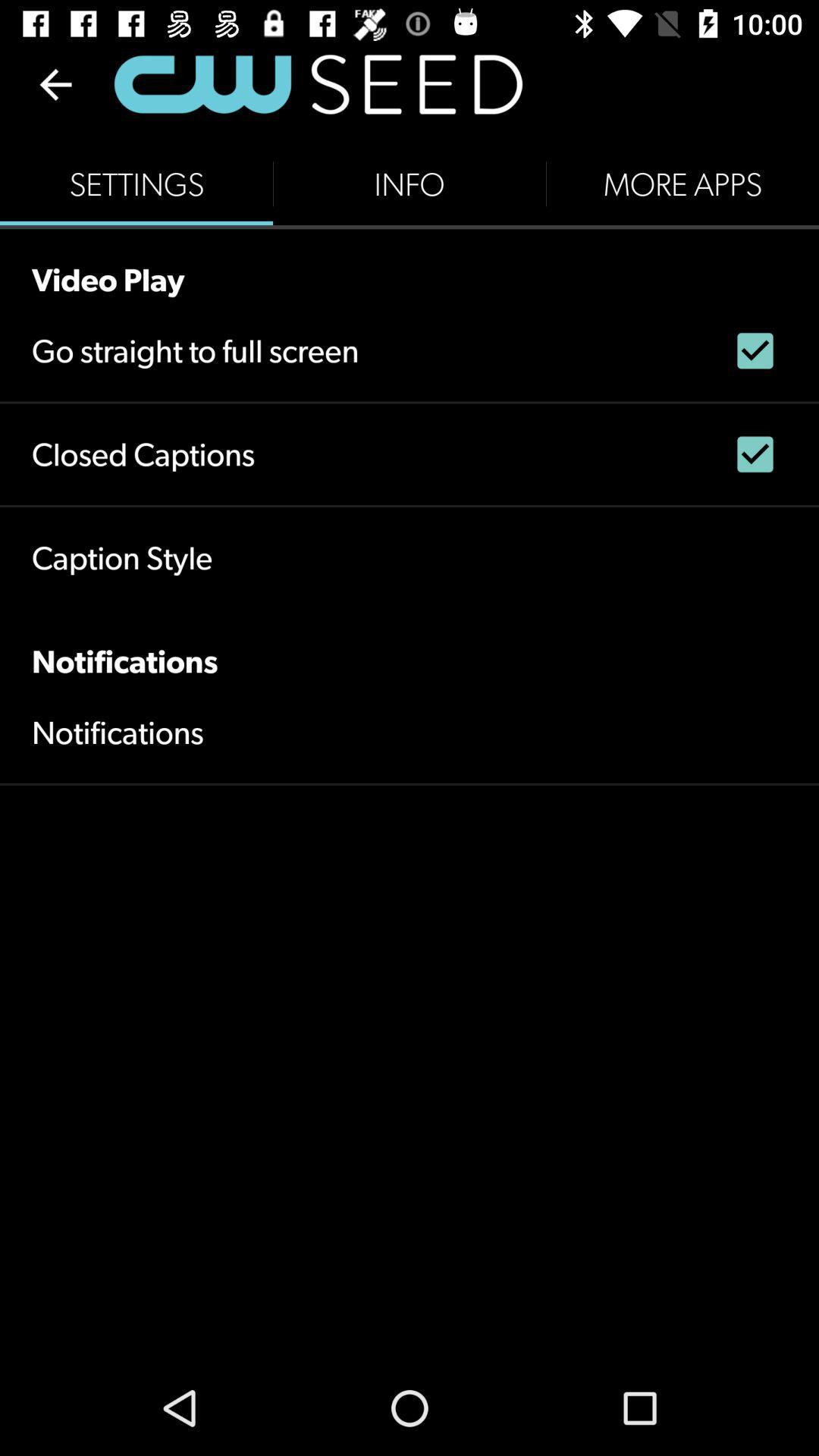 This screenshot has width=819, height=1456. I want to click on the text above the settings, so click(317, 83).